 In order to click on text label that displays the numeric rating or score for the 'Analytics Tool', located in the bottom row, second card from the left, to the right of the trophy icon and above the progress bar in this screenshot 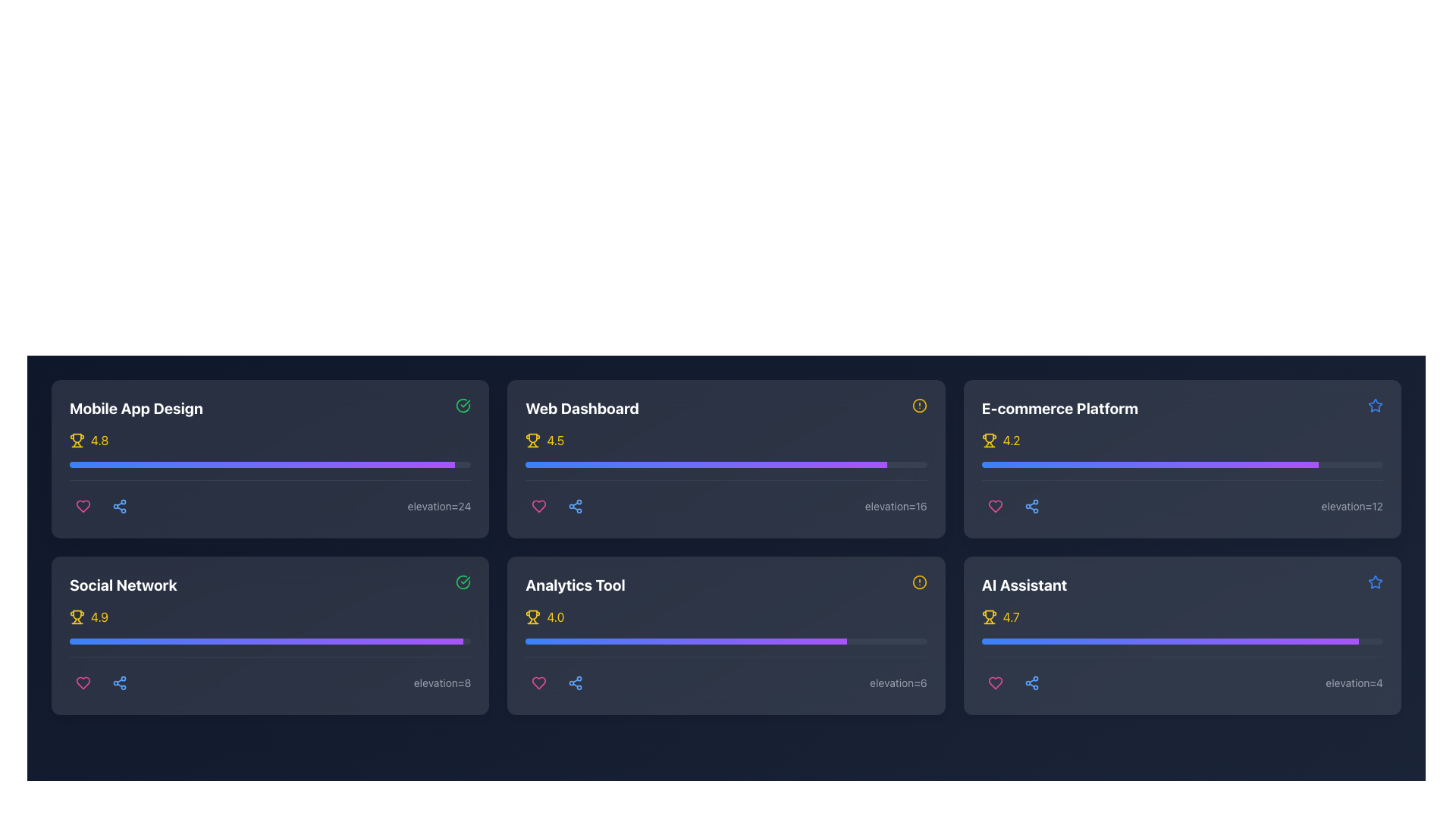, I will do `click(554, 617)`.